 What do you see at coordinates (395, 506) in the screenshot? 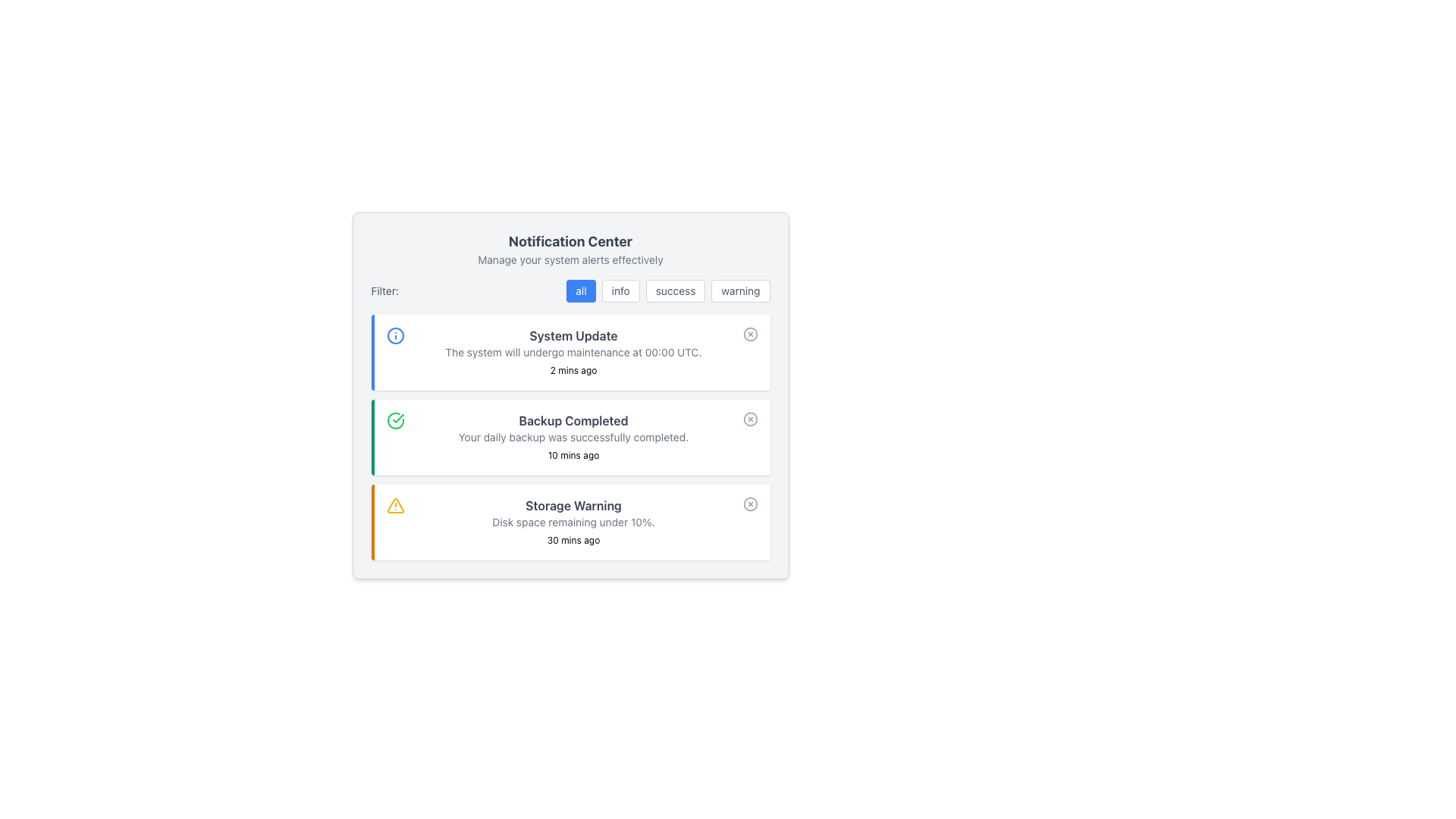
I see `the cautionary icon located at the leftmost part of the 'Storage Warning' notification card, which visually alerts users about an important message regarding disk space` at bounding box center [395, 506].